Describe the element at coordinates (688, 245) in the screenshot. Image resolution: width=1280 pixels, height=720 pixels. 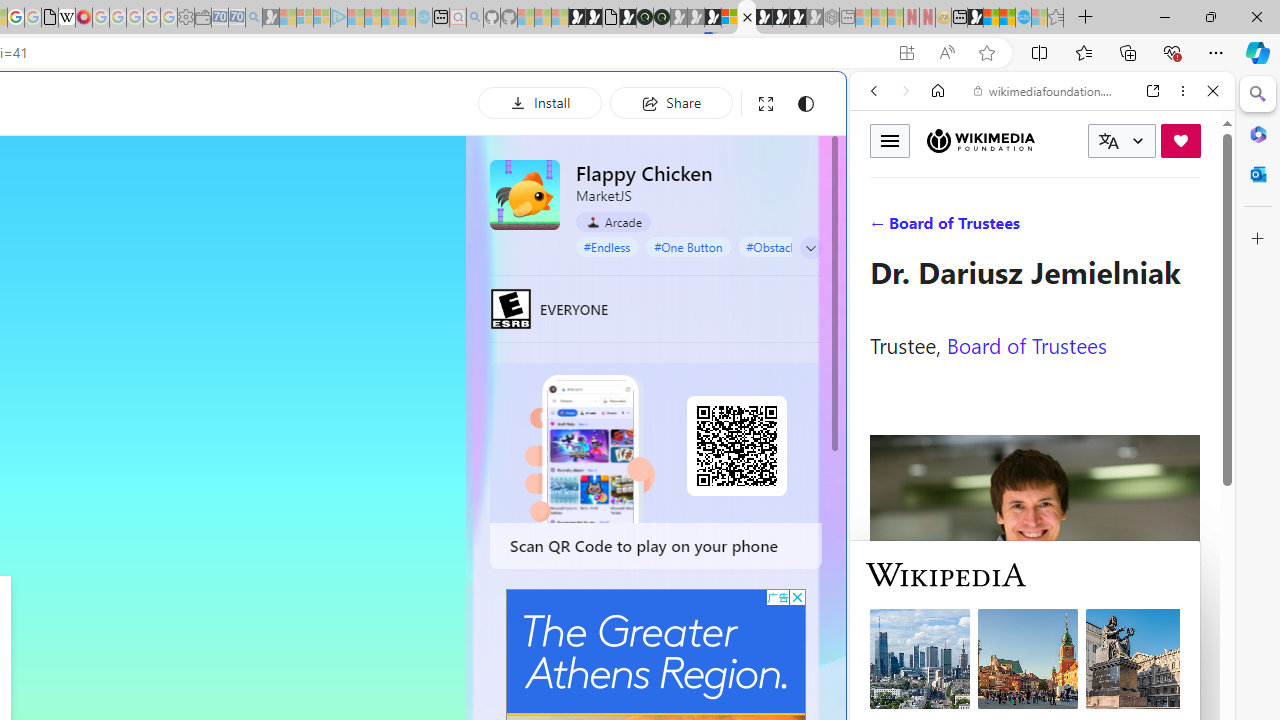
I see `'#One Button'` at that location.